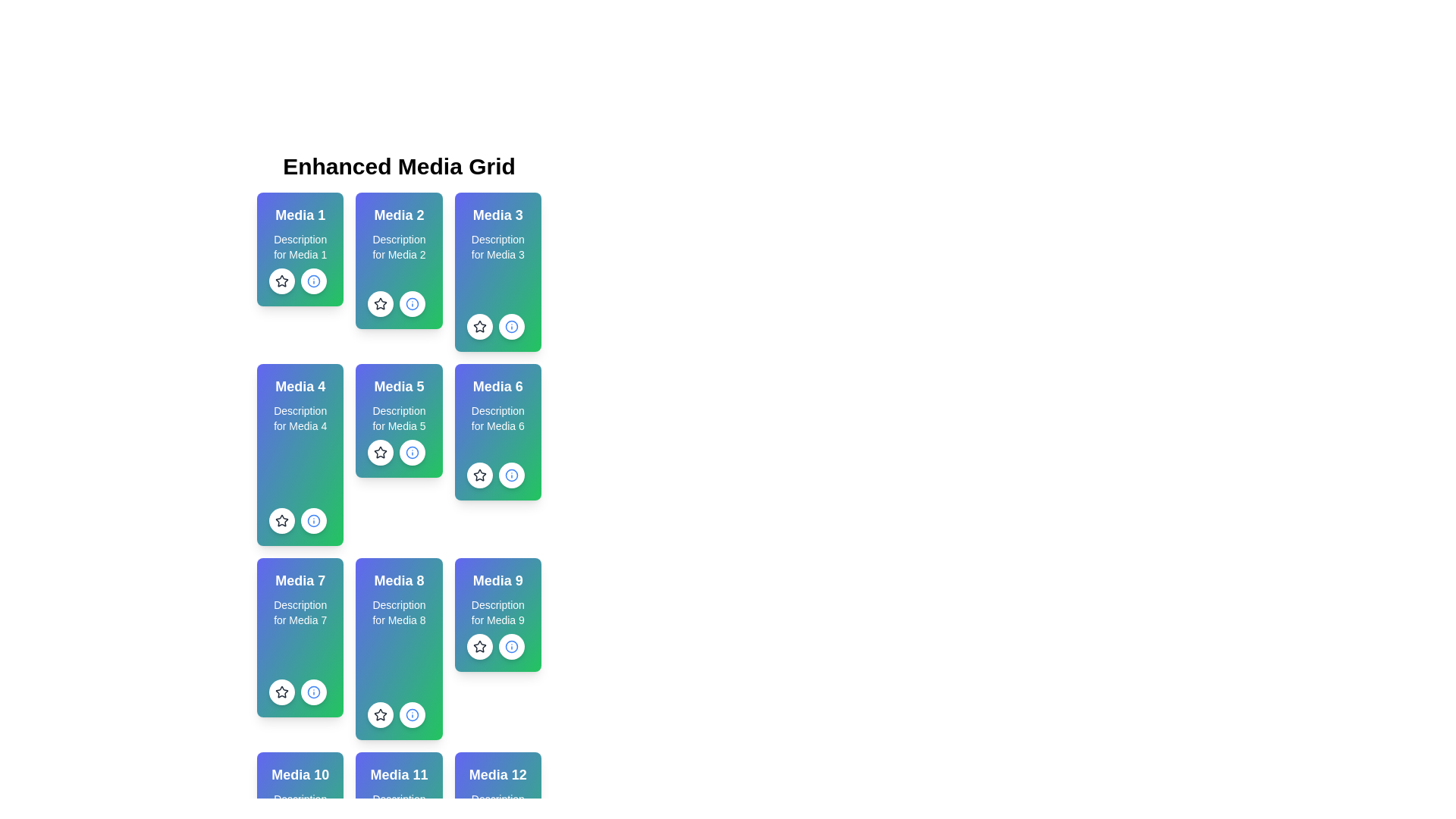  I want to click on the 'Media 9' text label, which serves as a title within the Enhanced Media Grid, located in the third column of the third row, so click(497, 580).